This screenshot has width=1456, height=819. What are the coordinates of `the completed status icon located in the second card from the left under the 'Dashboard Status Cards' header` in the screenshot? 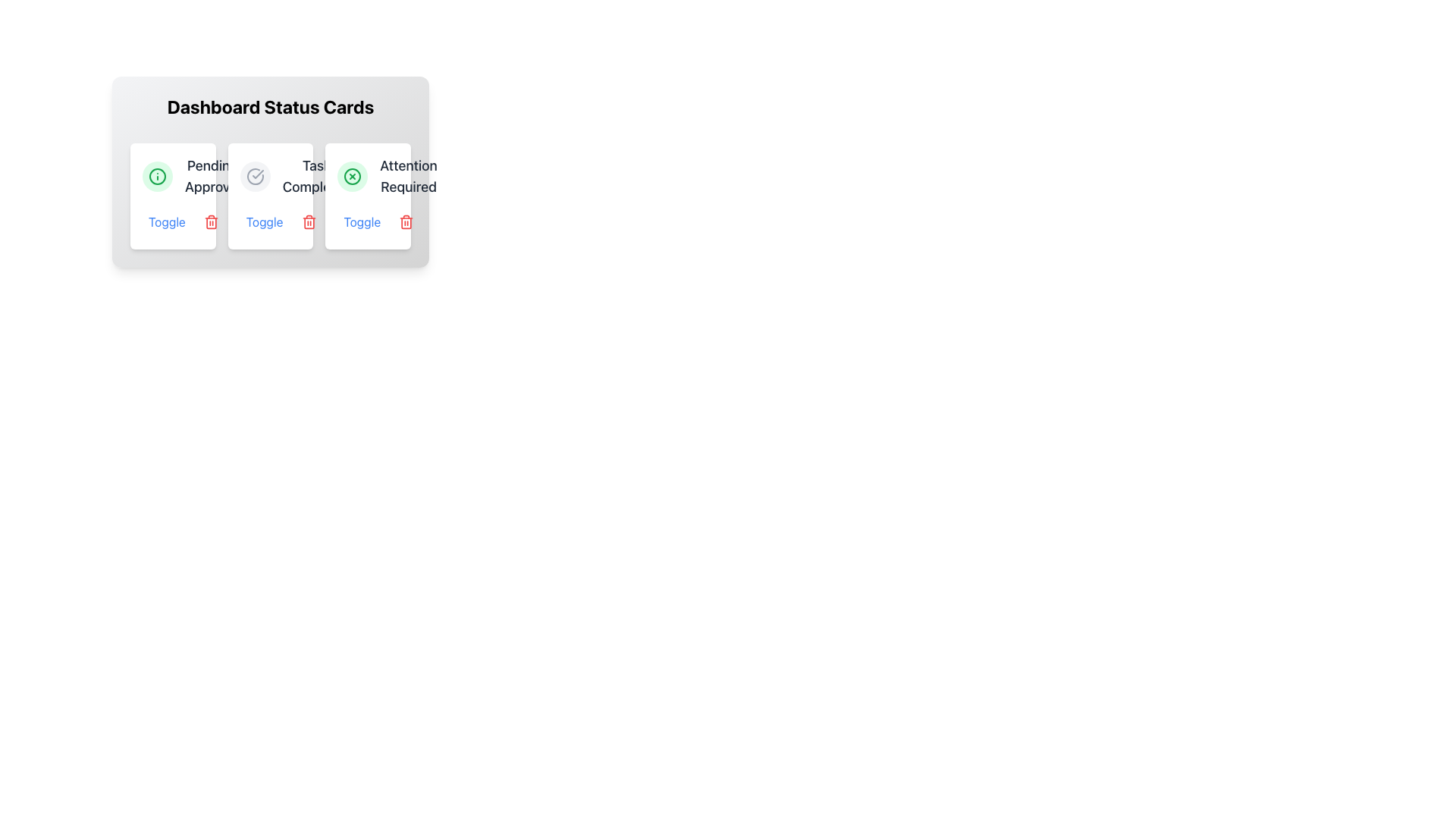 It's located at (255, 175).